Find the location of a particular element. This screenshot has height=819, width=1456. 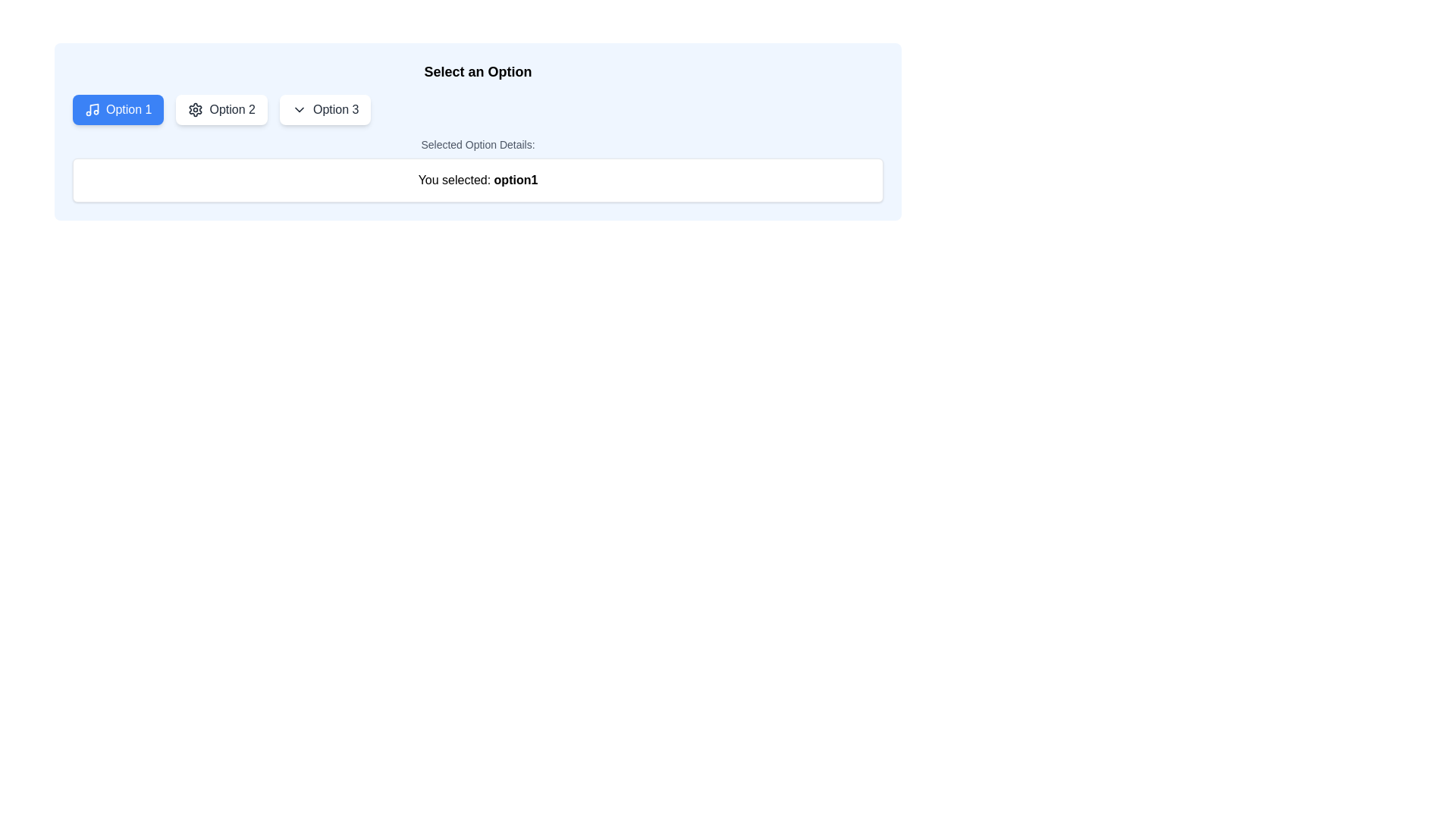

the Feedback Display Box that contains the text 'You selected: option1', which is styled in bold and located centrally below the label 'Selected Option Details:' is located at coordinates (477, 180).